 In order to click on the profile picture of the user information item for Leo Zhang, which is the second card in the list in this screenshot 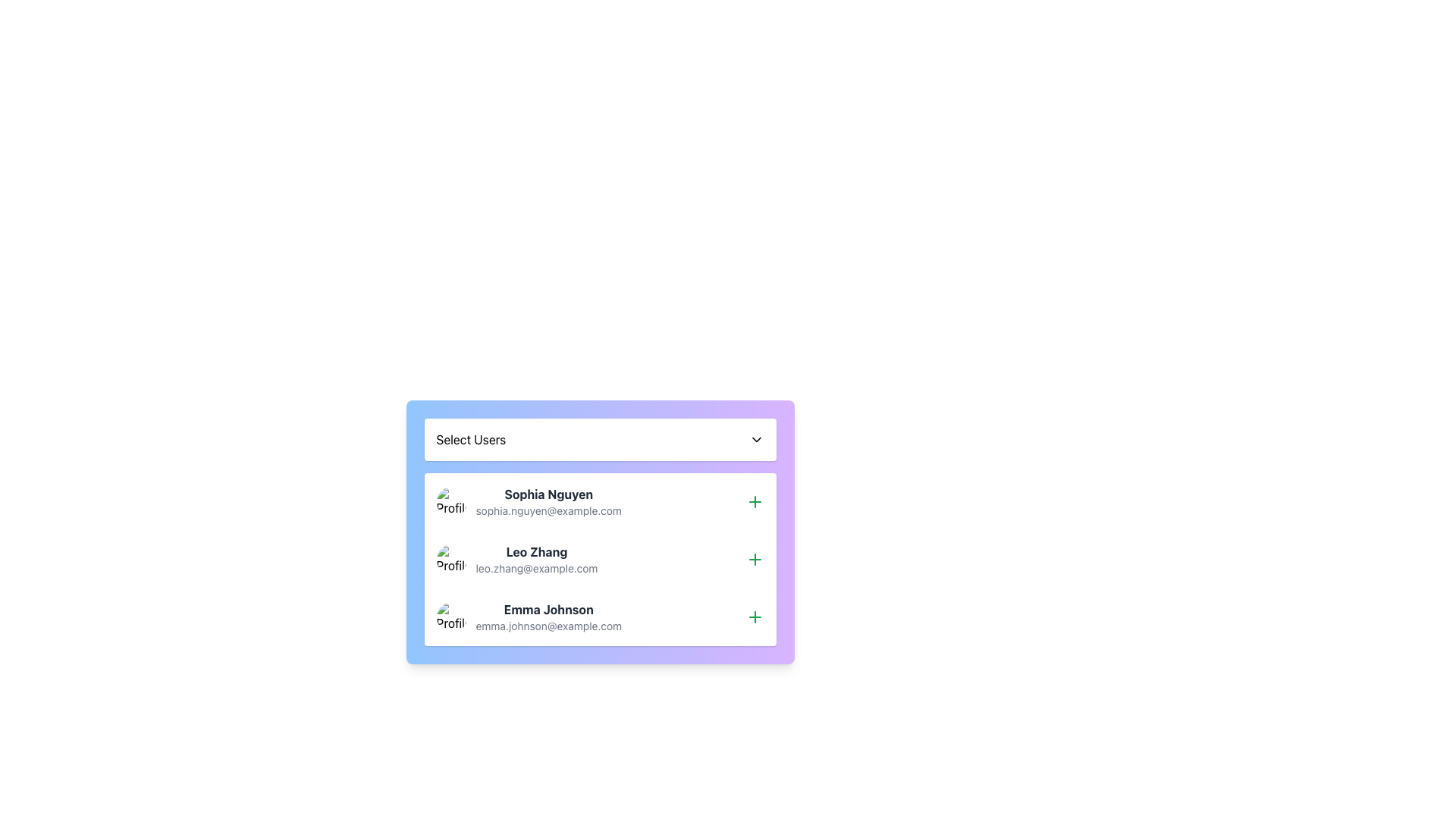, I will do `click(599, 559)`.